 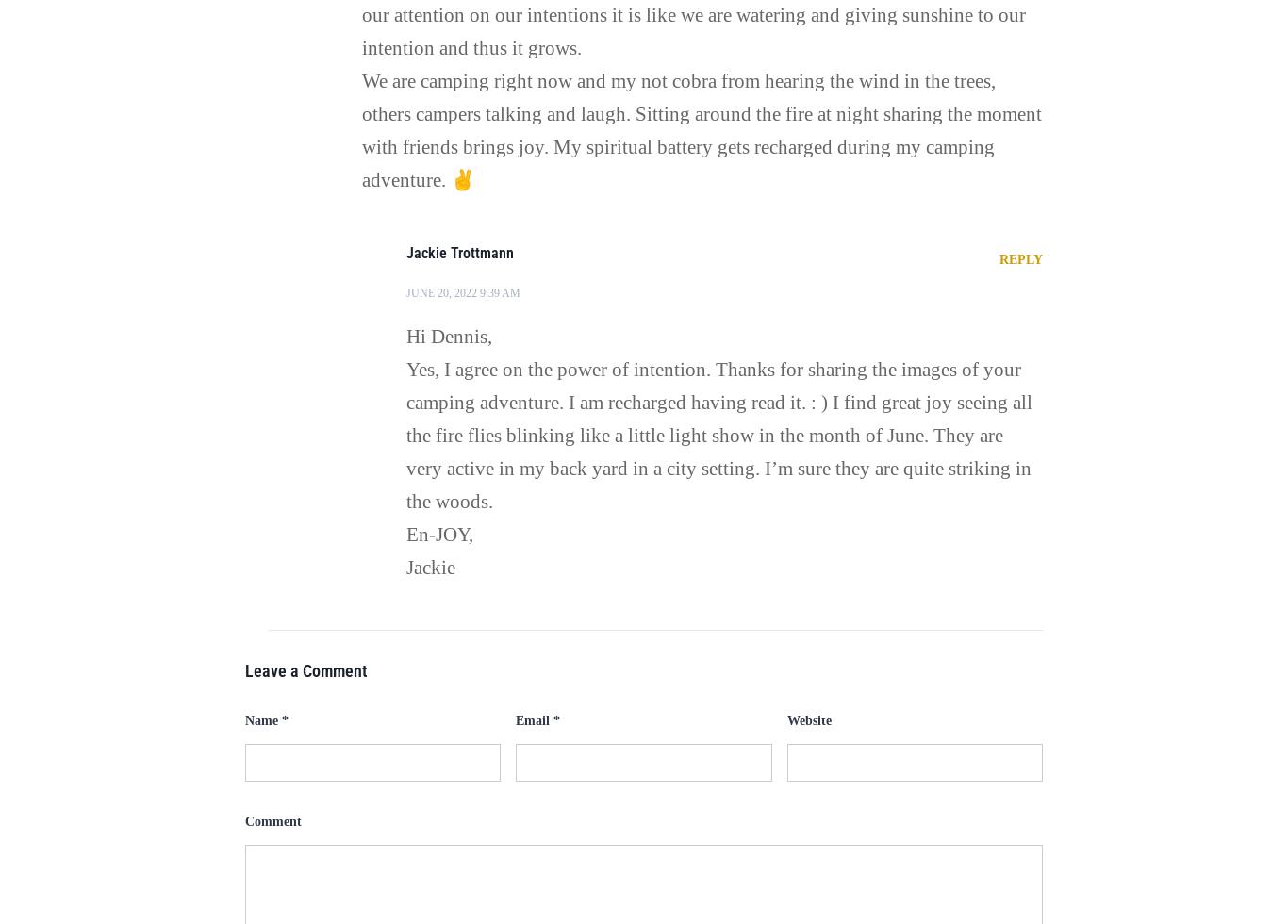 What do you see at coordinates (262, 718) in the screenshot?
I see `'Name'` at bounding box center [262, 718].